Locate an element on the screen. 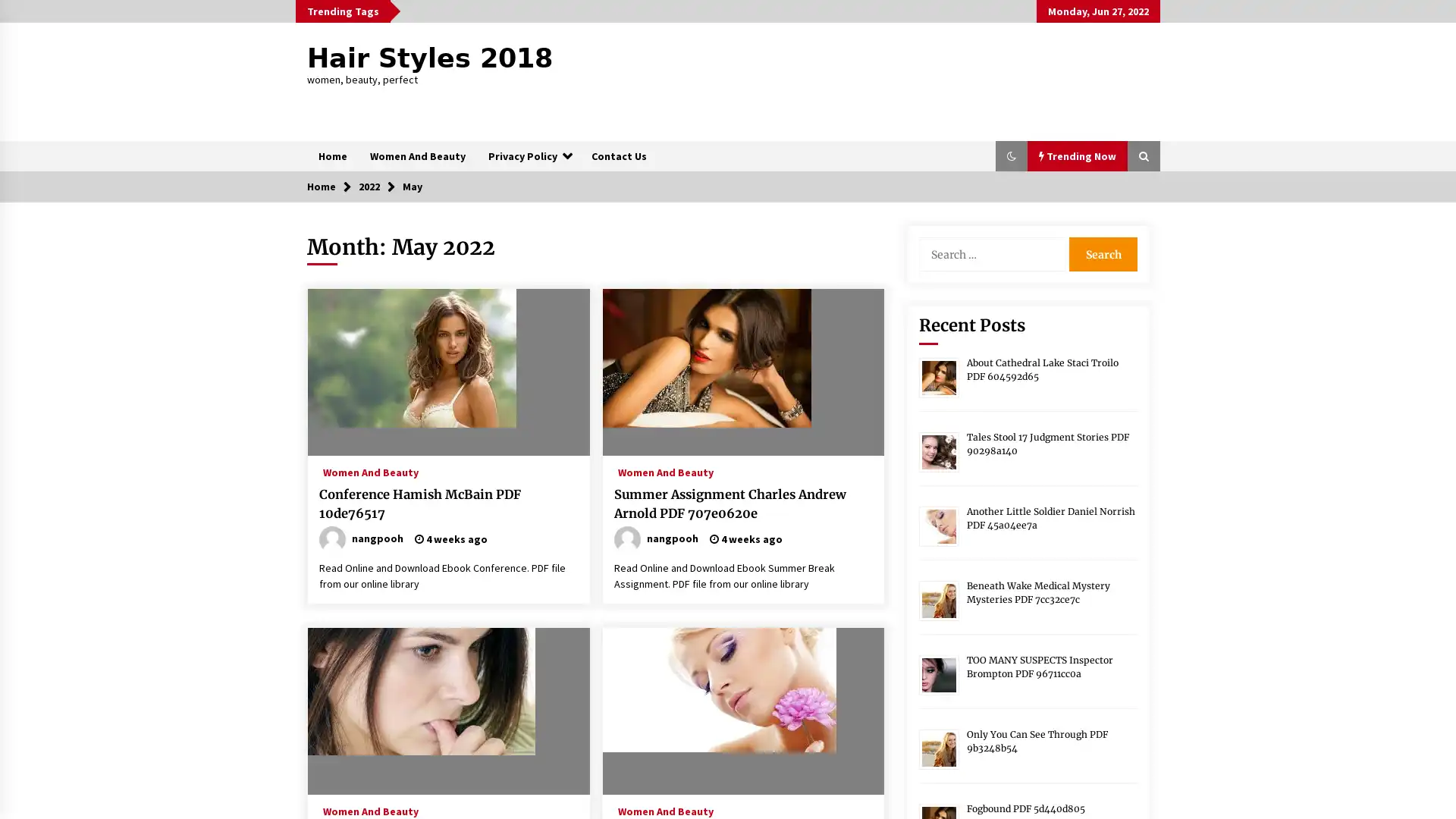 This screenshot has width=1456, height=819. Search is located at coordinates (1103, 253).